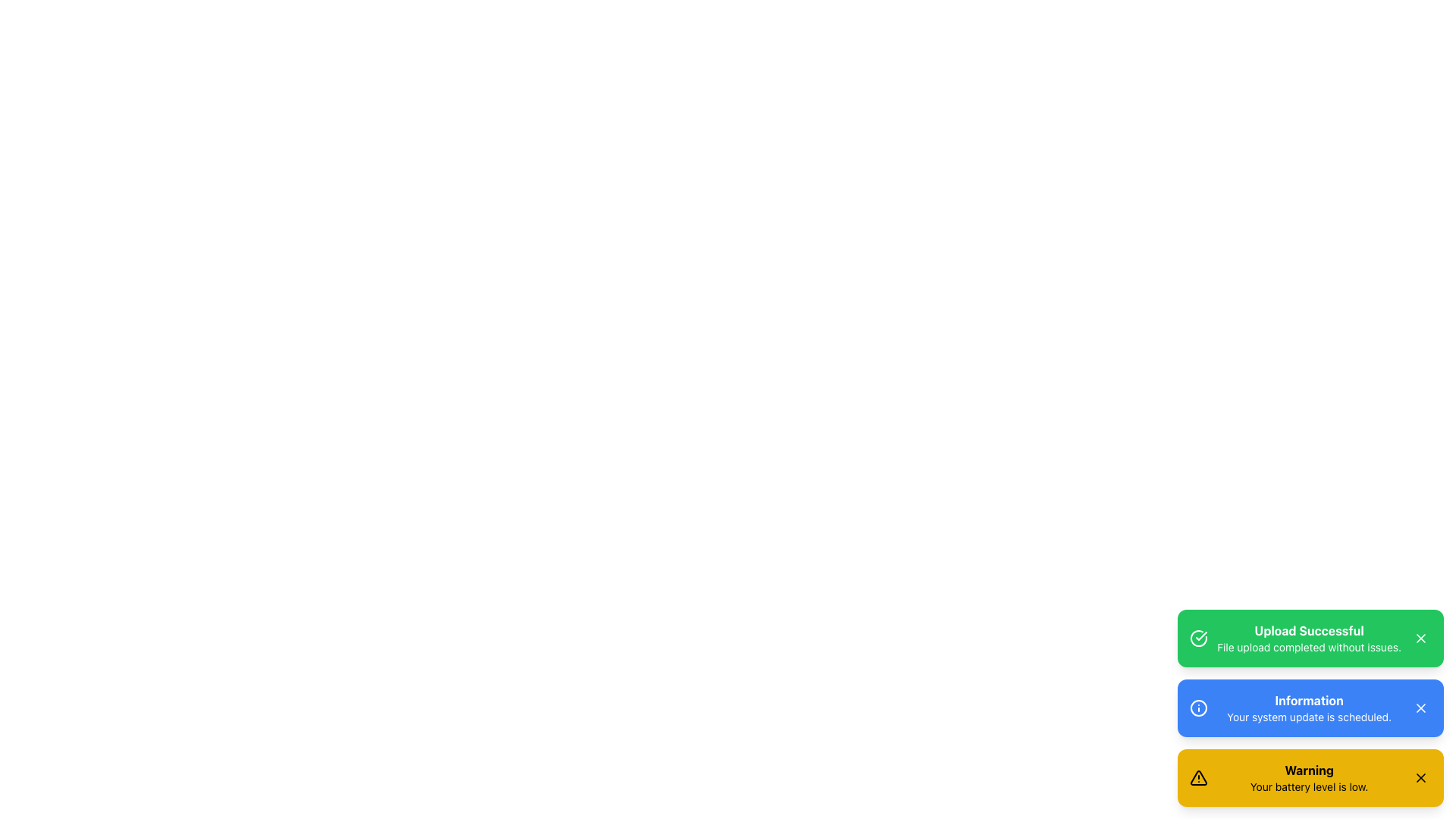  Describe the element at coordinates (1308, 647) in the screenshot. I see `the text element that provides additional information about the successful file upload, located below the primary heading 'Upload Successful' in the green notification box` at that location.